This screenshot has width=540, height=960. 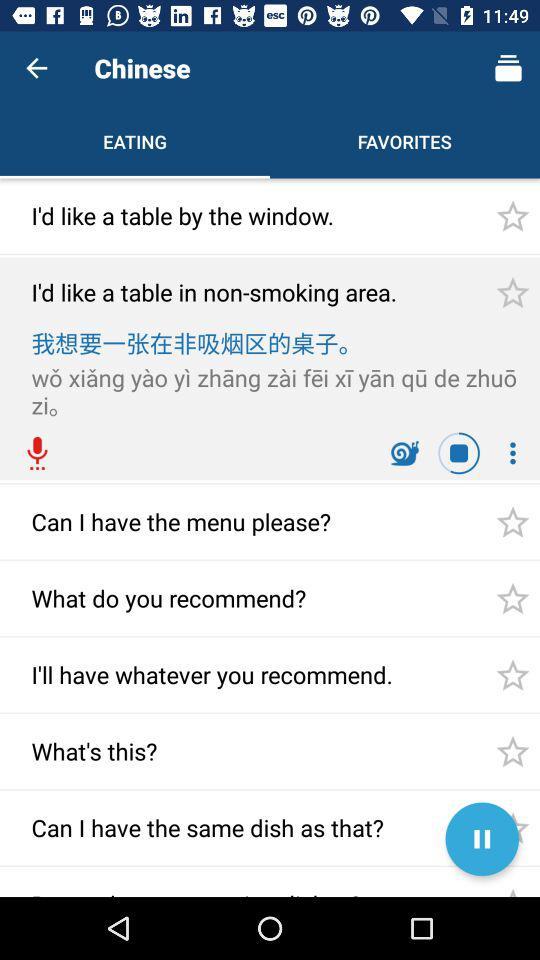 What do you see at coordinates (481, 839) in the screenshot?
I see `the pause icon` at bounding box center [481, 839].